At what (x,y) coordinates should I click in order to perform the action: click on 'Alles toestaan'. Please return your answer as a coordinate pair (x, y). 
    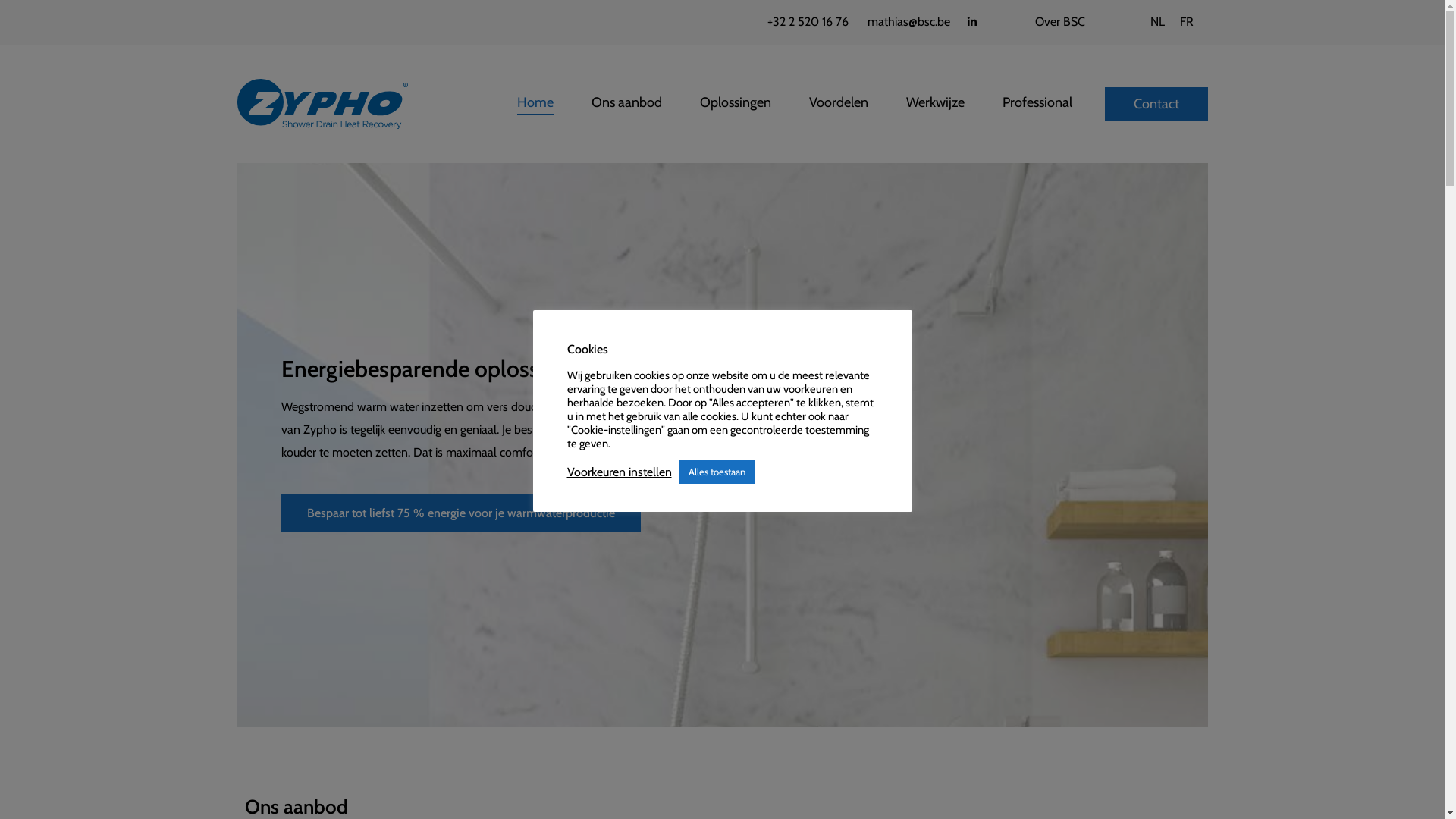
    Looking at the image, I should click on (716, 471).